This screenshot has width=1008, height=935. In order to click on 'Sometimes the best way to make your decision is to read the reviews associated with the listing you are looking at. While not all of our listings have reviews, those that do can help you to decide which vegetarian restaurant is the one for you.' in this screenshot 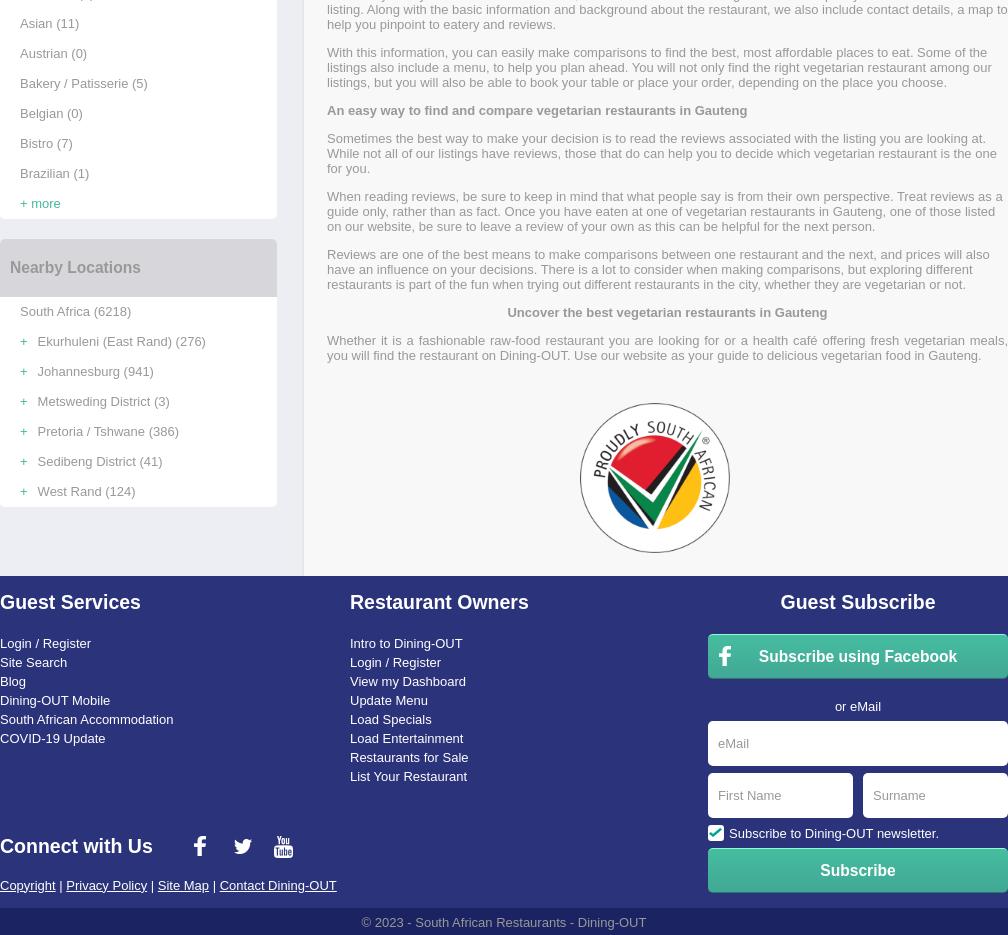, I will do `click(661, 152)`.